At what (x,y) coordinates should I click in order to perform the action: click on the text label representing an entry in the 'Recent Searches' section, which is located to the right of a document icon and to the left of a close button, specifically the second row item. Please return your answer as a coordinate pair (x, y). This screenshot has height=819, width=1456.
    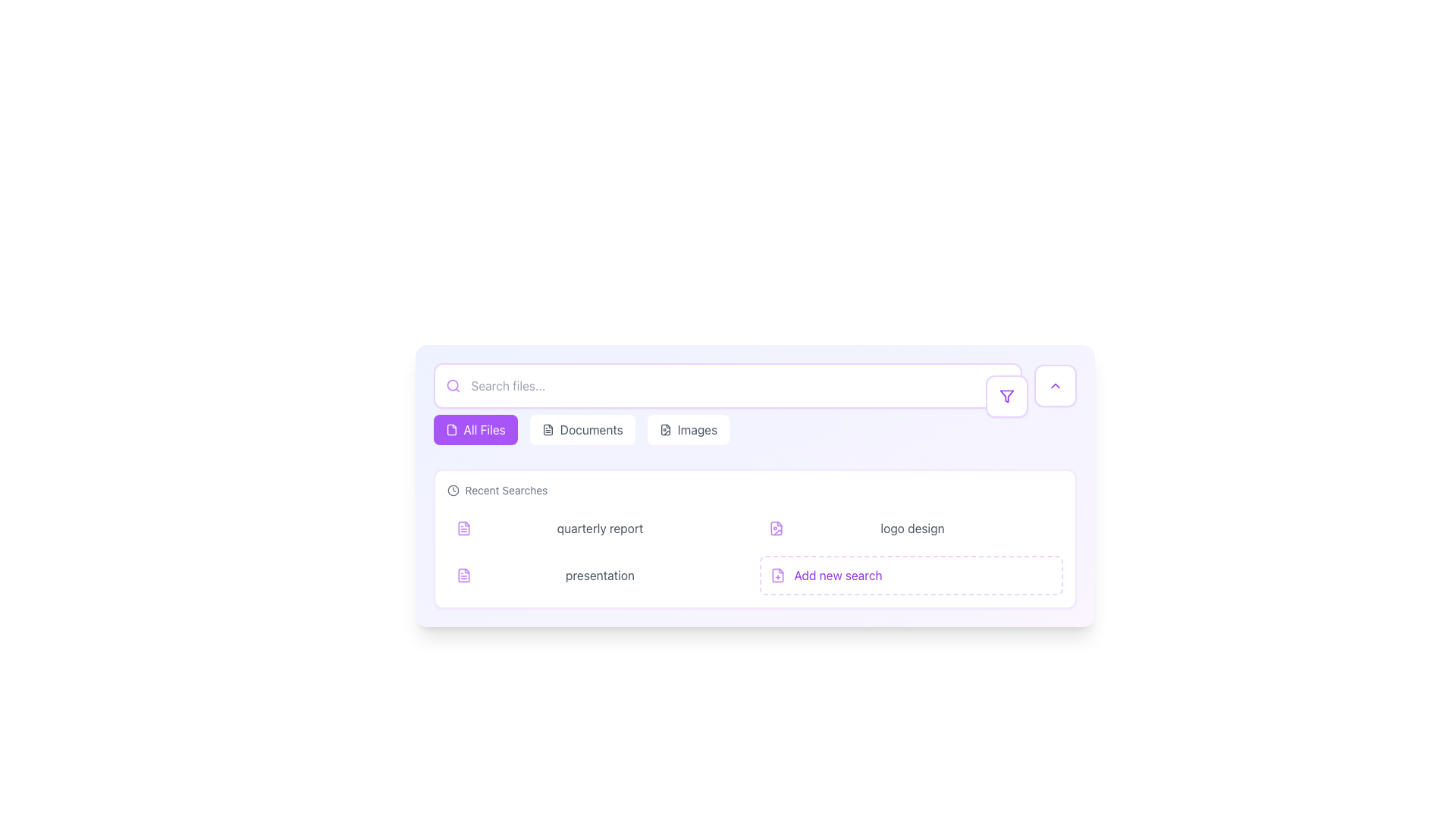
    Looking at the image, I should click on (599, 528).